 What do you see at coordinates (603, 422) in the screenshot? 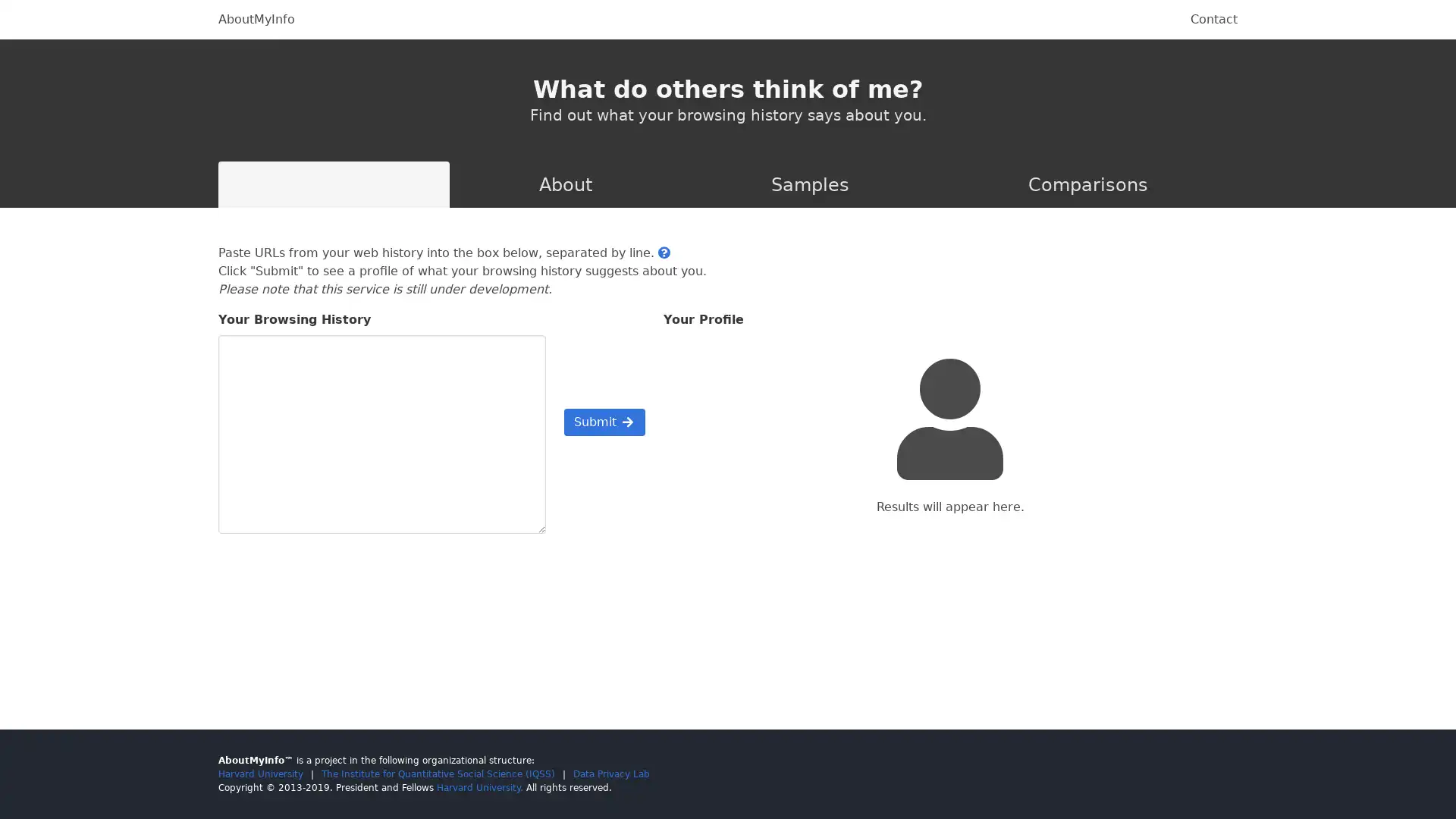
I see `Submit` at bounding box center [603, 422].